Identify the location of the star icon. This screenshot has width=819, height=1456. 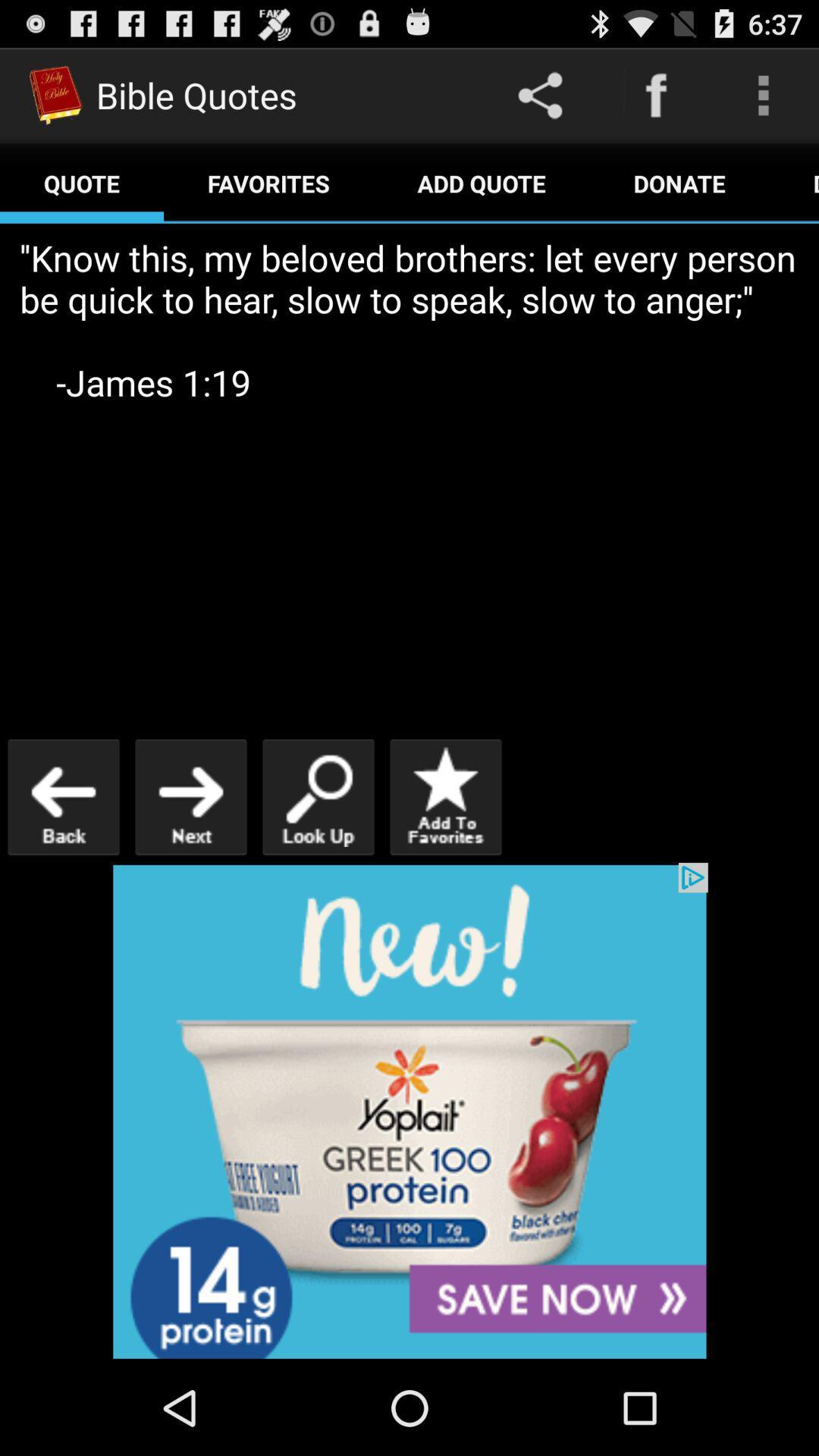
(444, 852).